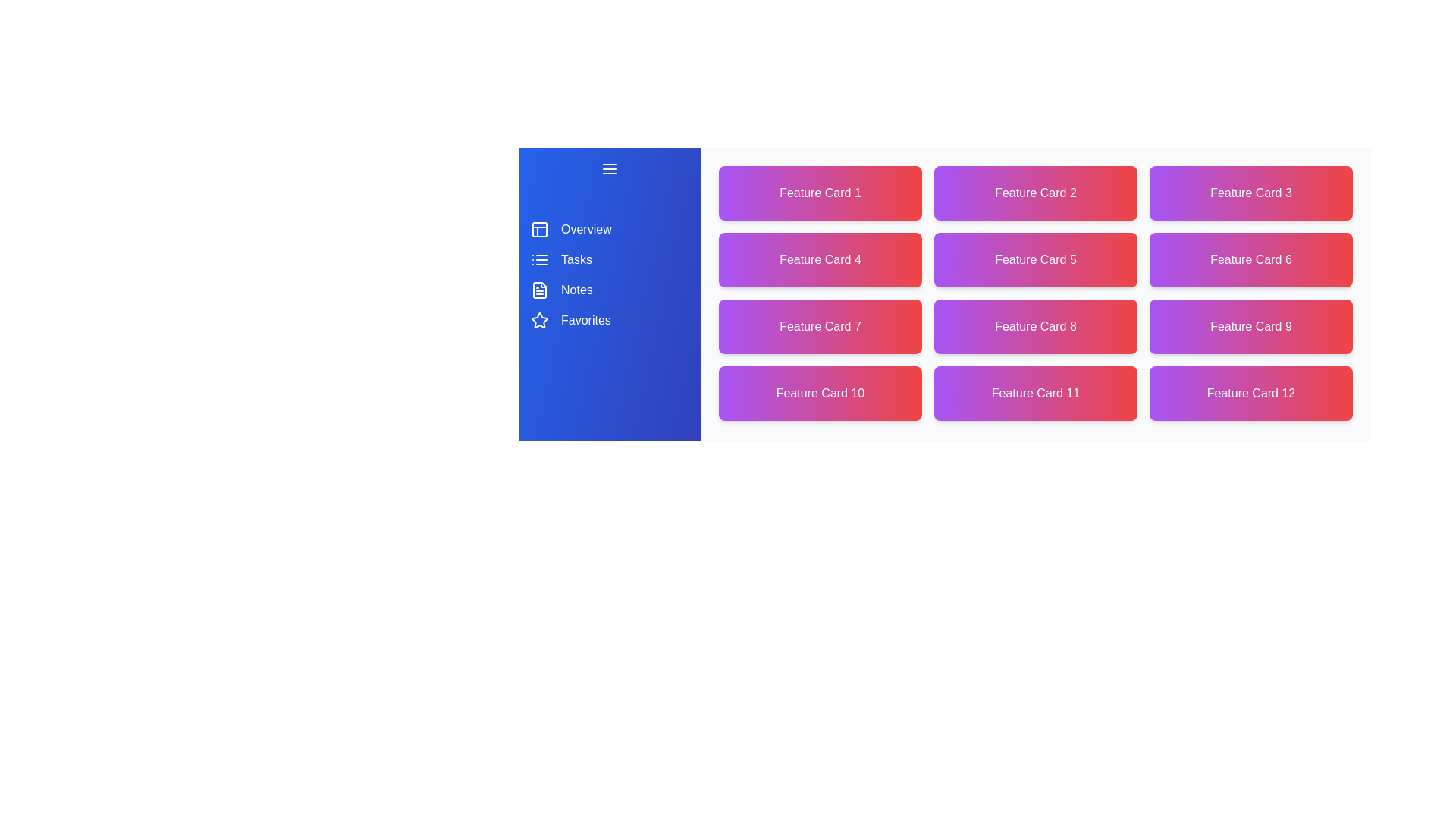  What do you see at coordinates (610, 320) in the screenshot?
I see `the navigation item corresponding to Favorites` at bounding box center [610, 320].